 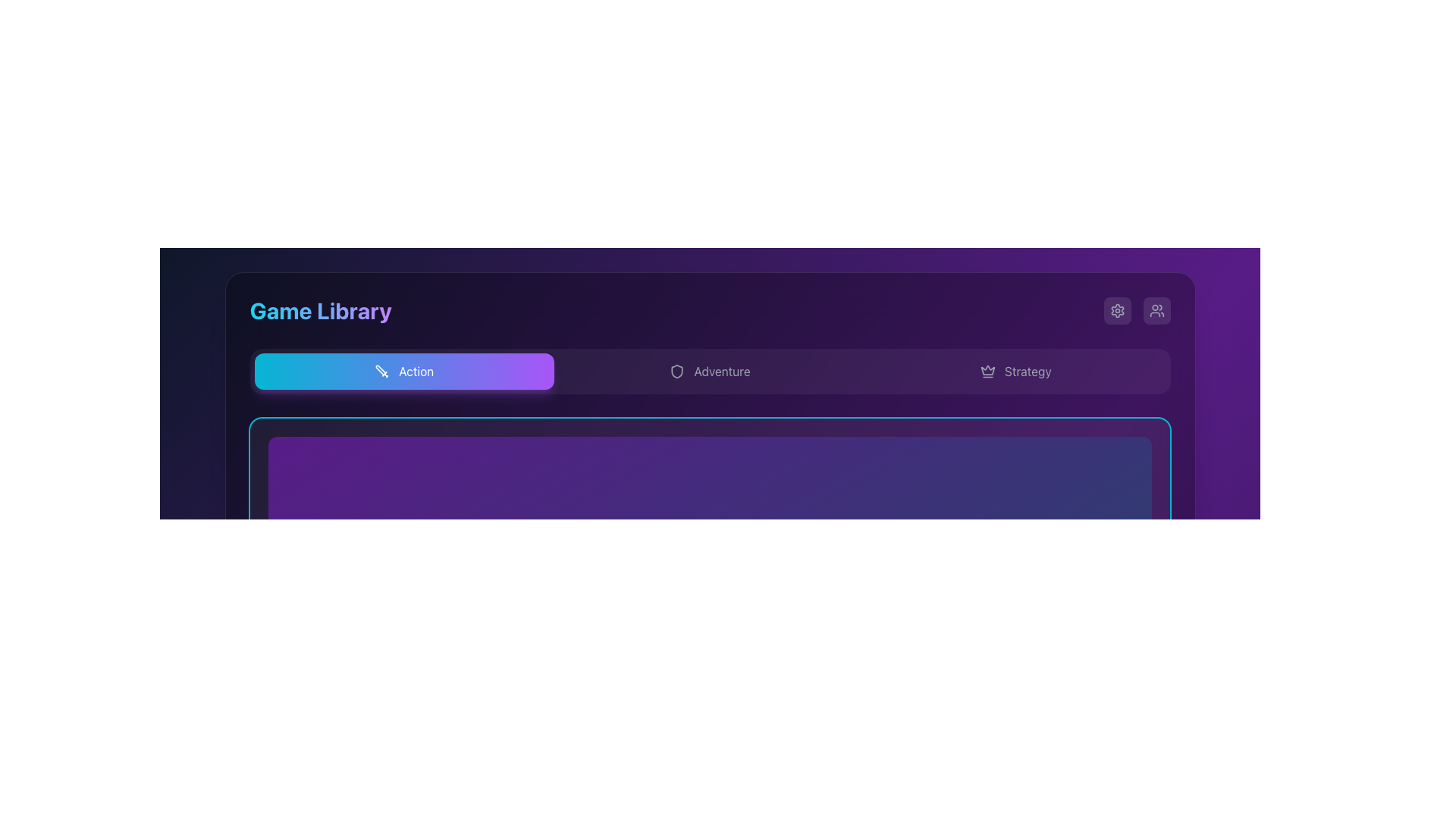 I want to click on the gear-shaped settings icon located at the top-right corner of the interface, positioned to the left of the user profile icon, so click(x=1117, y=309).